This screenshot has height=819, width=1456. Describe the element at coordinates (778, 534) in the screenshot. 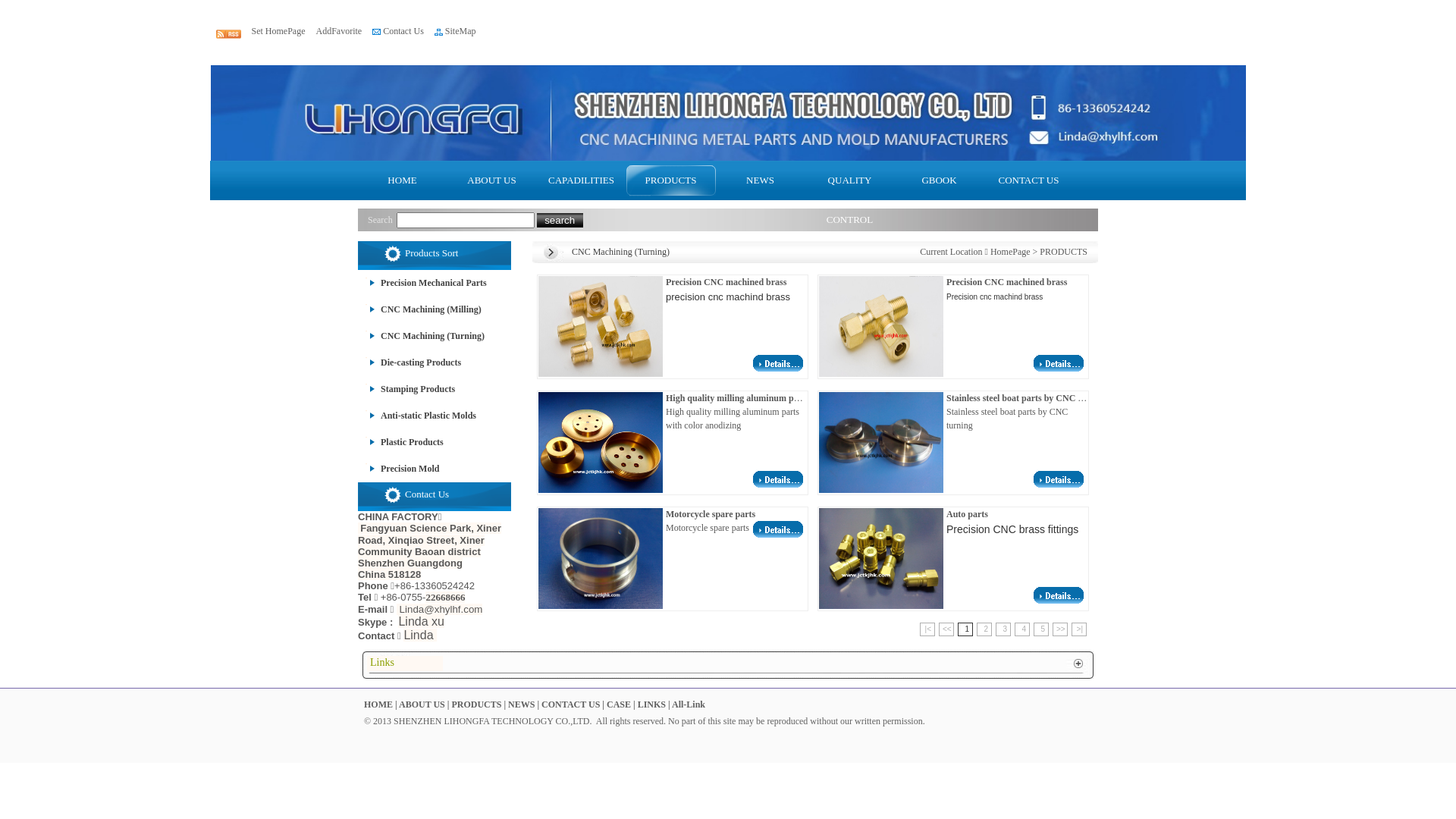

I see `'Motorcycle spare parts'` at that location.